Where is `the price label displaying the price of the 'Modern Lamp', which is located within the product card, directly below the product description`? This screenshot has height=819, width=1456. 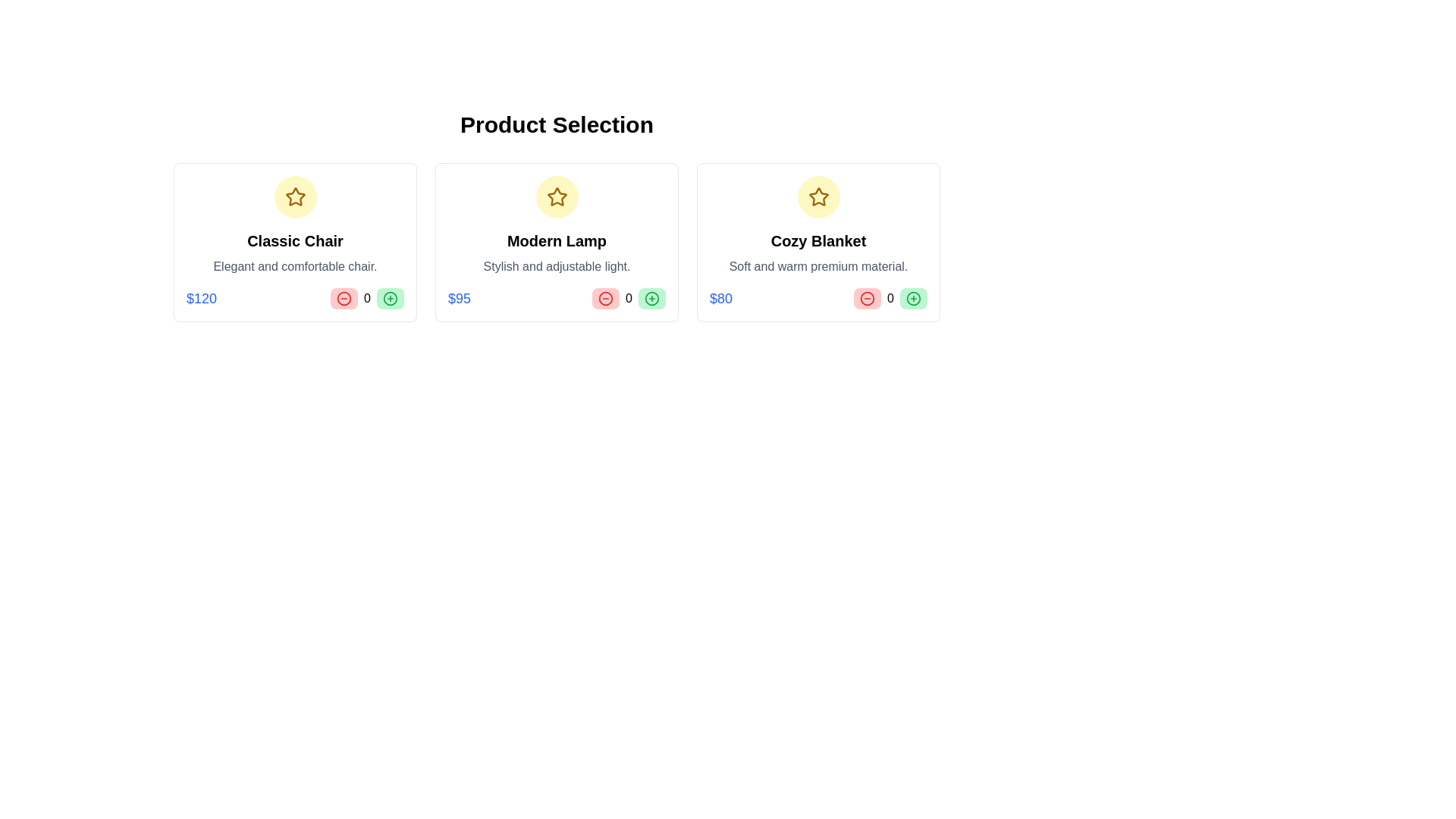 the price label displaying the price of the 'Modern Lamp', which is located within the product card, directly below the product description is located at coordinates (458, 298).